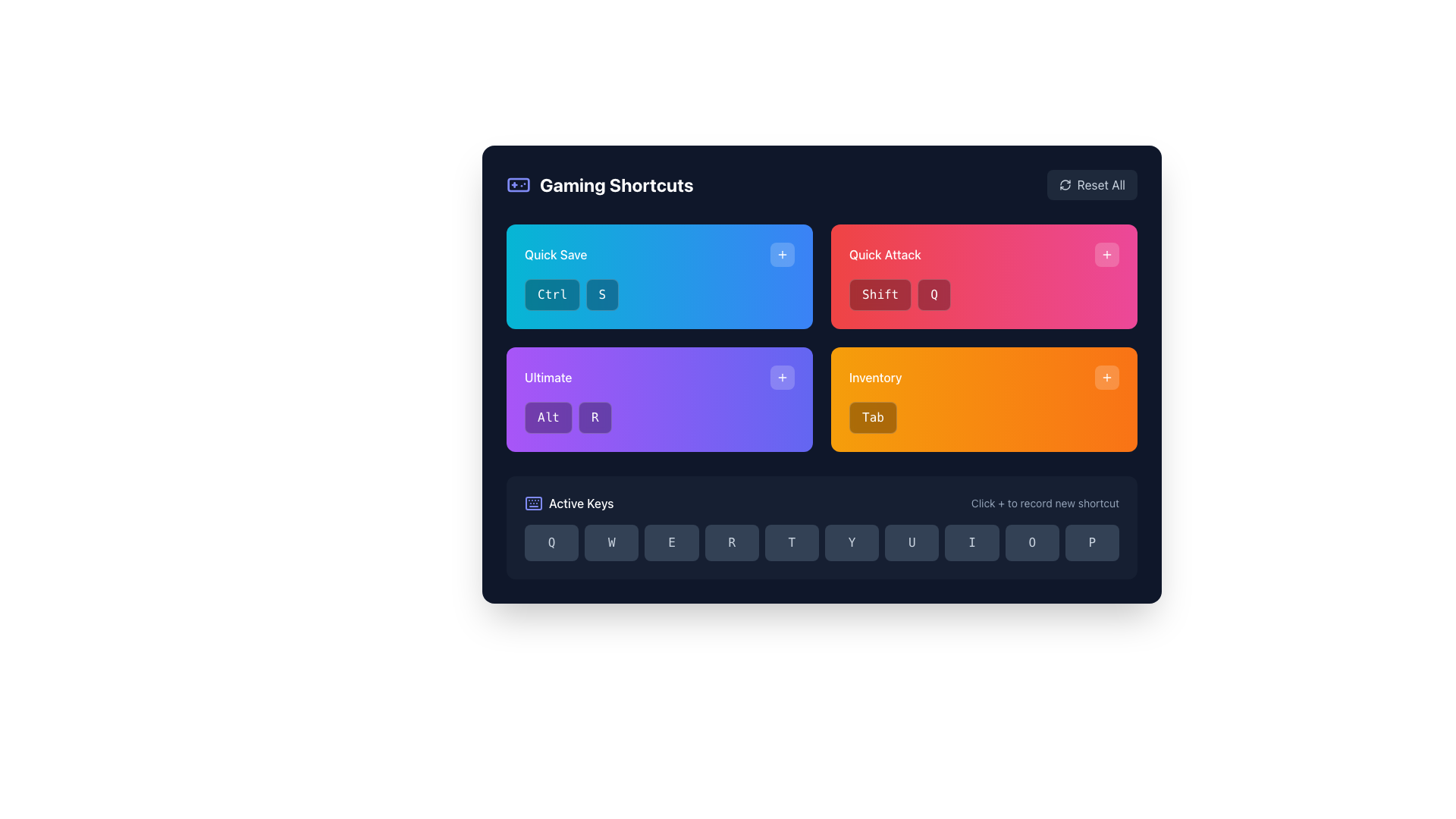 The width and height of the screenshot is (1456, 819). What do you see at coordinates (1106, 253) in the screenshot?
I see `the icon-based button located in the orange panel labeled 'Inventory'` at bounding box center [1106, 253].